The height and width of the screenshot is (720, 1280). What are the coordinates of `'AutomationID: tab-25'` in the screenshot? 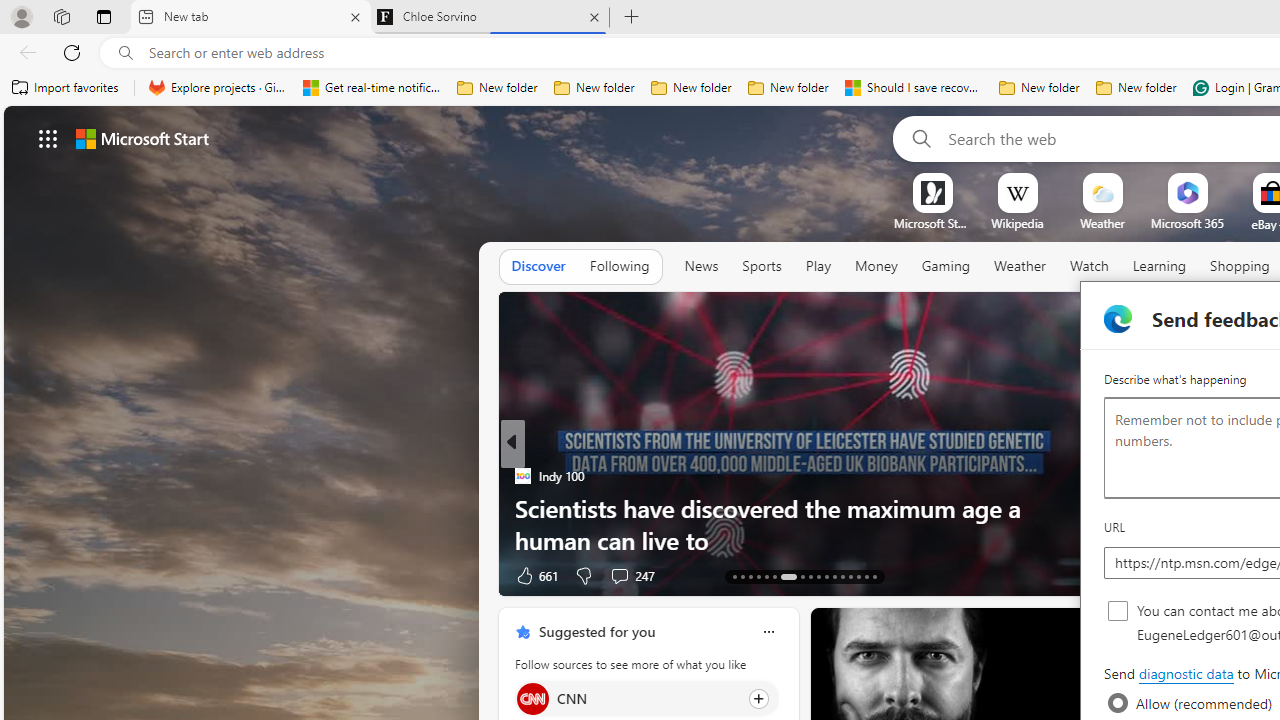 It's located at (842, 577).